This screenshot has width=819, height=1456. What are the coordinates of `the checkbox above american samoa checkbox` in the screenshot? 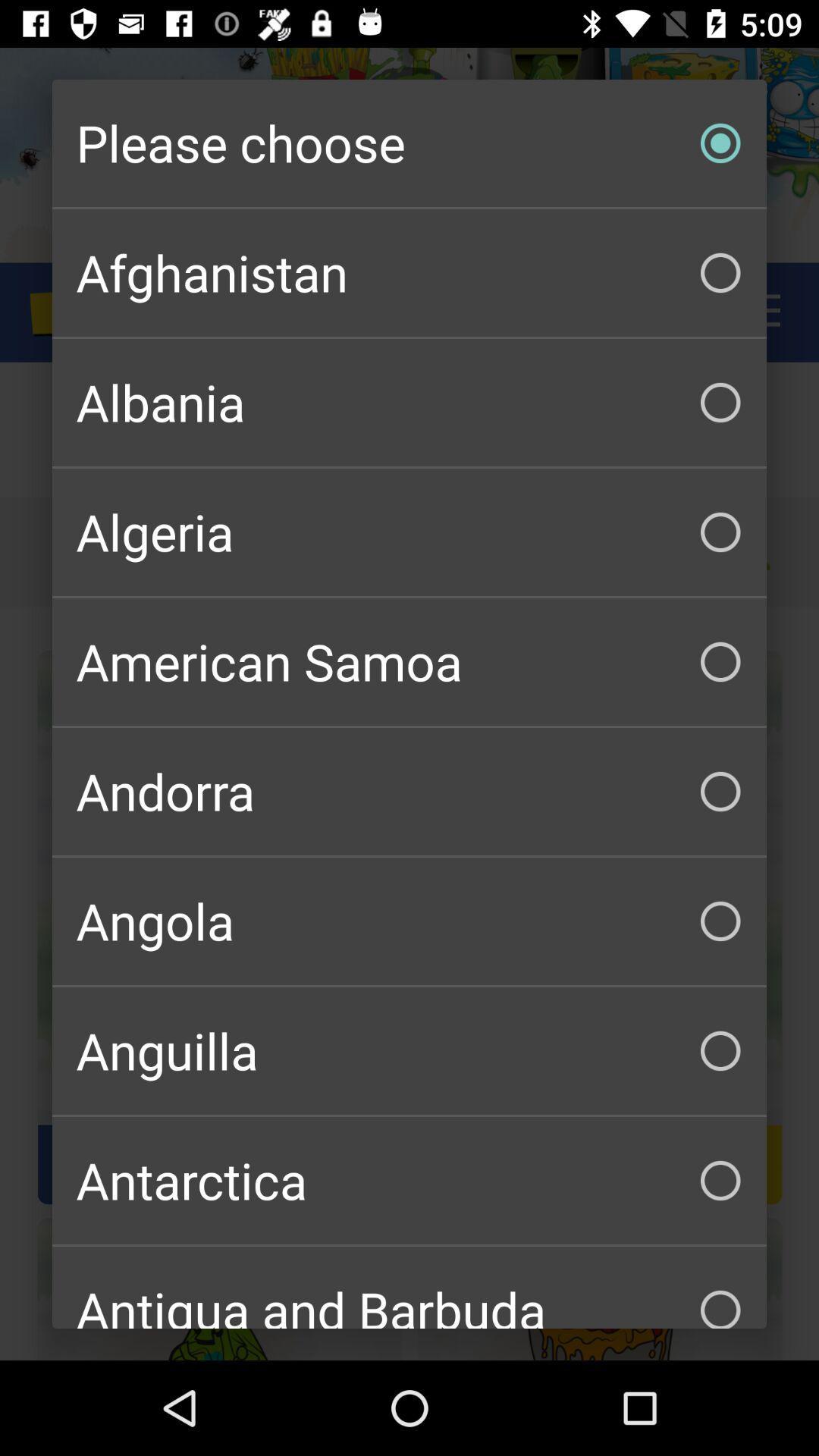 It's located at (409, 532).